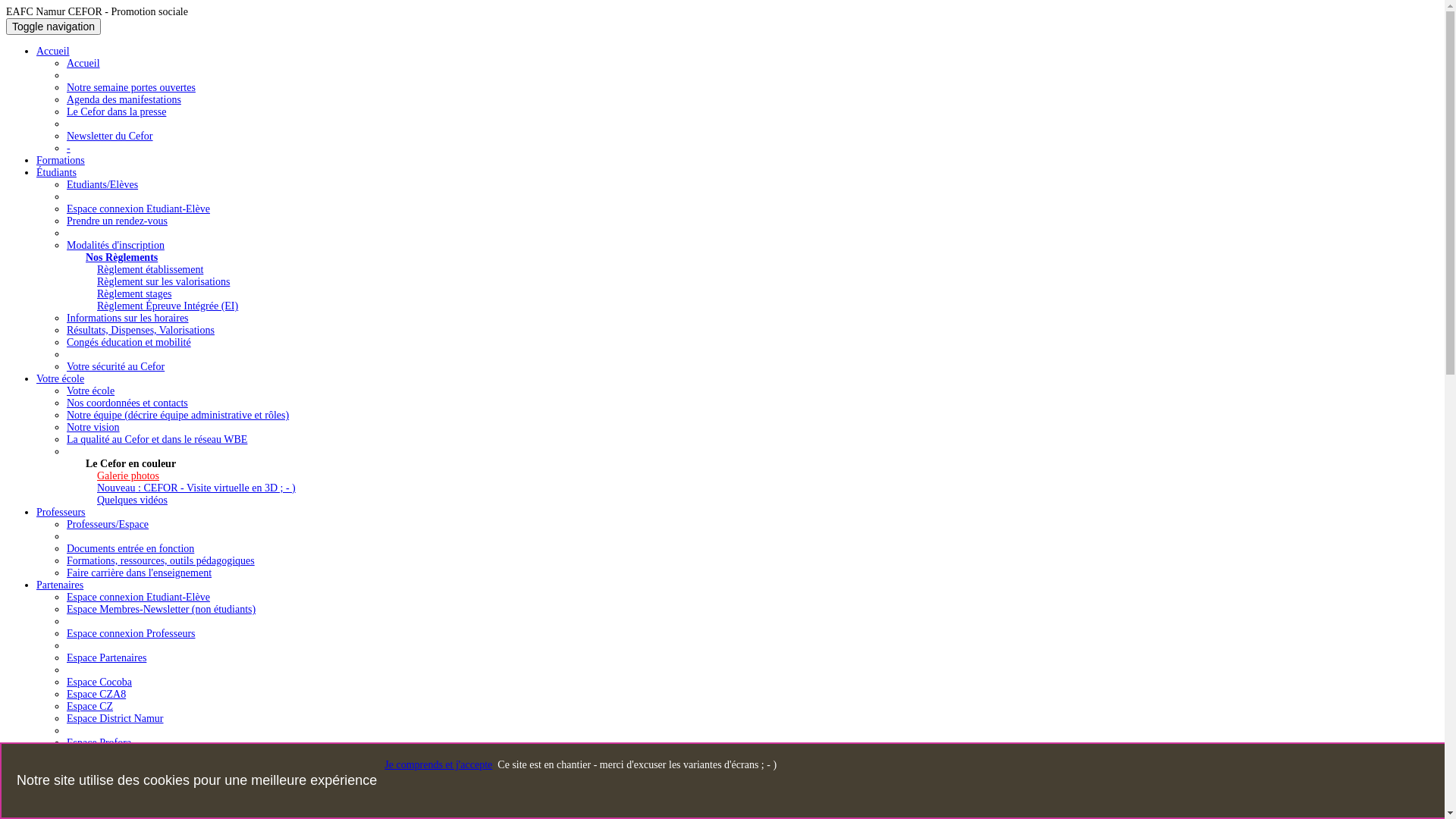 This screenshot has width=1456, height=819. What do you see at coordinates (116, 221) in the screenshot?
I see `'Prendre un rendez-vous'` at bounding box center [116, 221].